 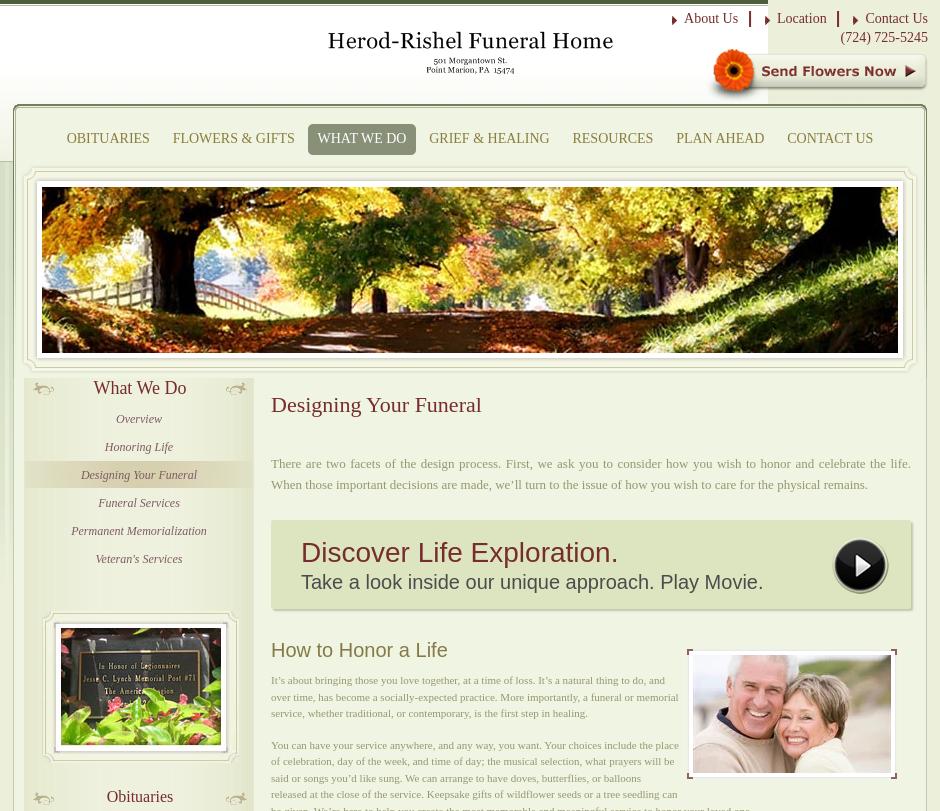 What do you see at coordinates (474, 695) in the screenshot?
I see `'It’s about bringing those you love together, at a time of loss. It’s a natural thing to do, and over time, has become a socially-expected practice. More importantly, a funeral or memorial service, whether traditional, or contemporary, is the first step in healing.'` at bounding box center [474, 695].